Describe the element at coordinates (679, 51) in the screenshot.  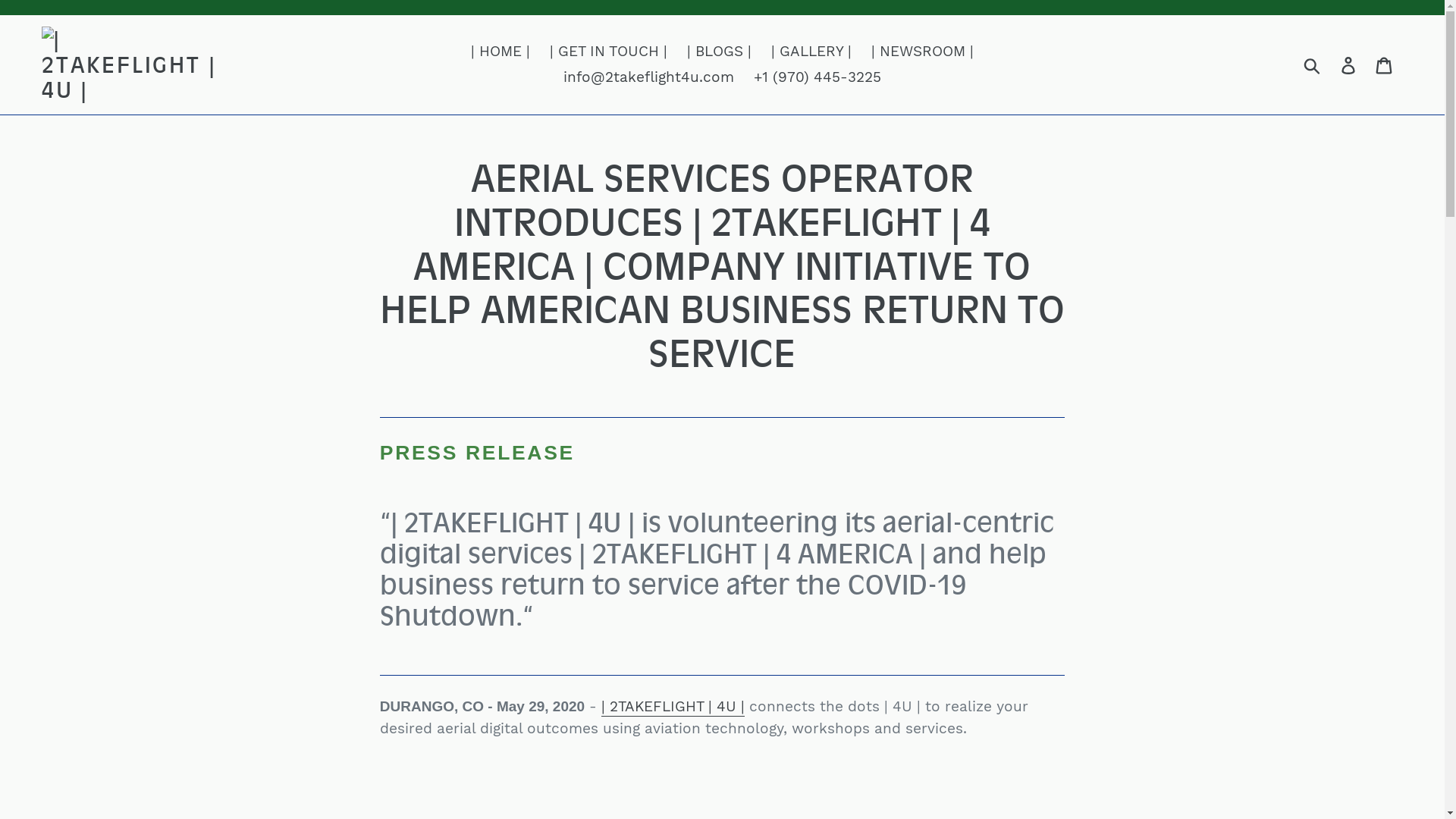
I see `'| BLOGS |'` at that location.